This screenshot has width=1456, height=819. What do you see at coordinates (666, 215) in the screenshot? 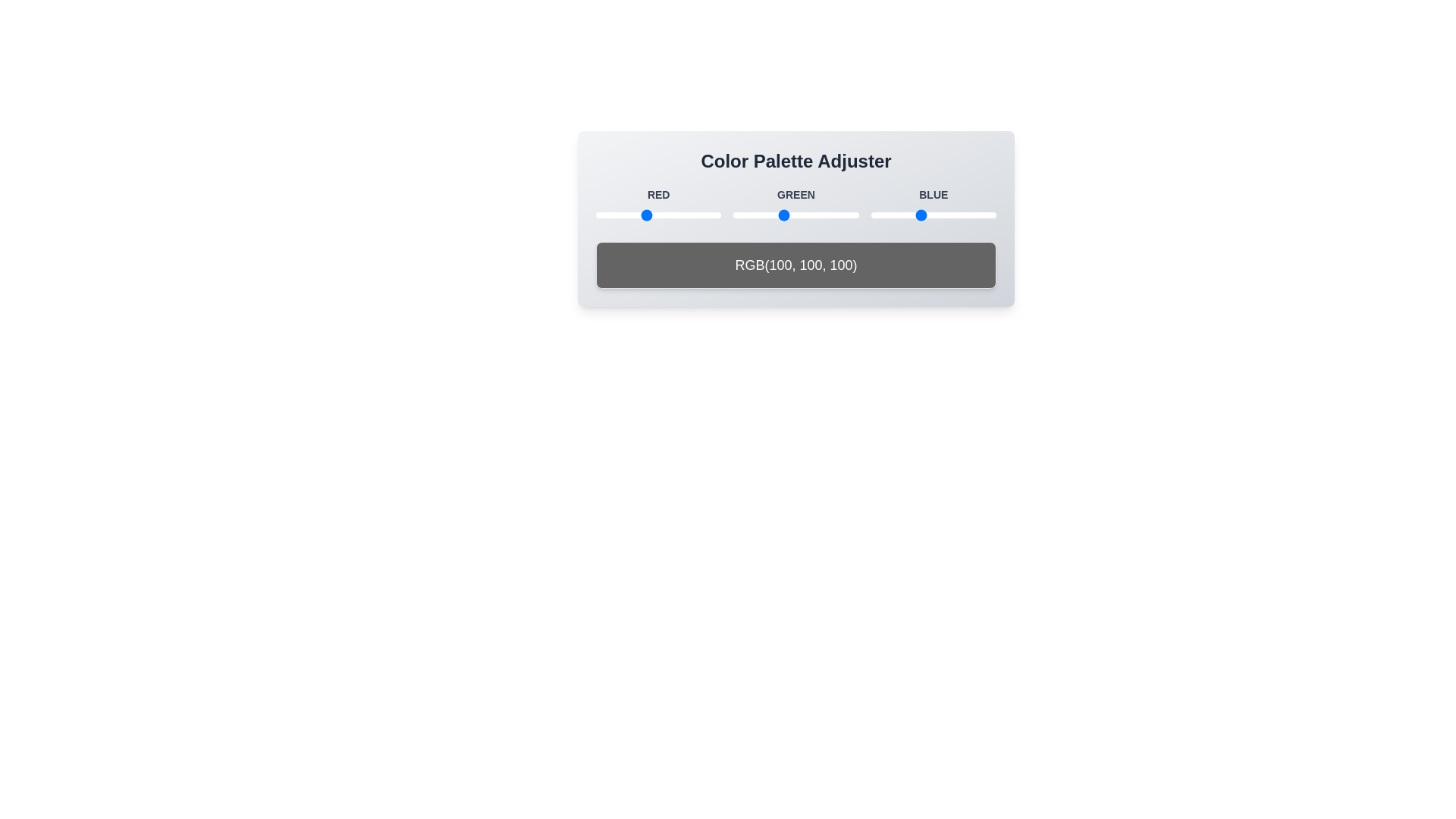
I see `the 1 slider to 142` at bounding box center [666, 215].